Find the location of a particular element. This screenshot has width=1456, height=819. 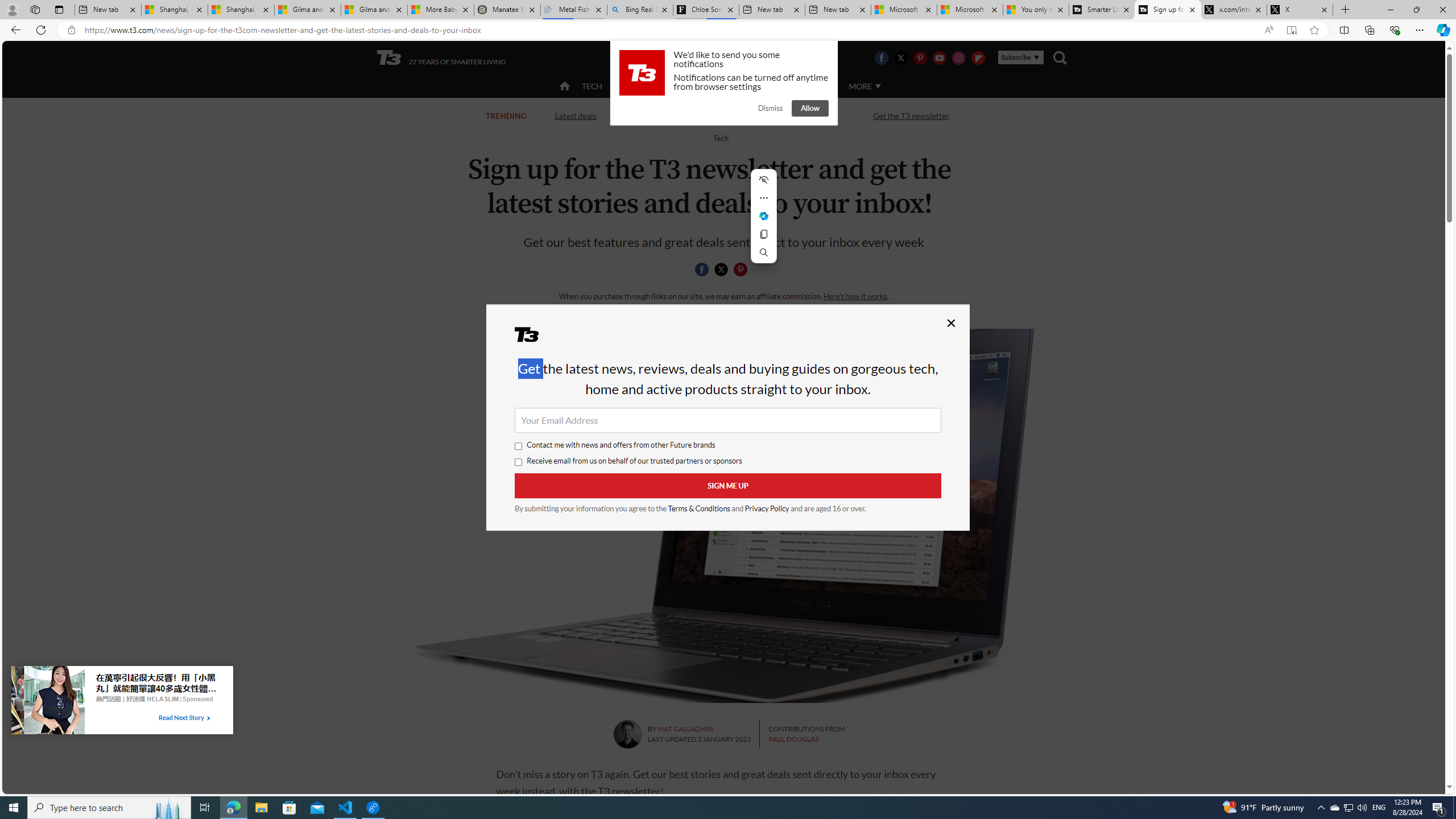

'TECH' is located at coordinates (591, 85).